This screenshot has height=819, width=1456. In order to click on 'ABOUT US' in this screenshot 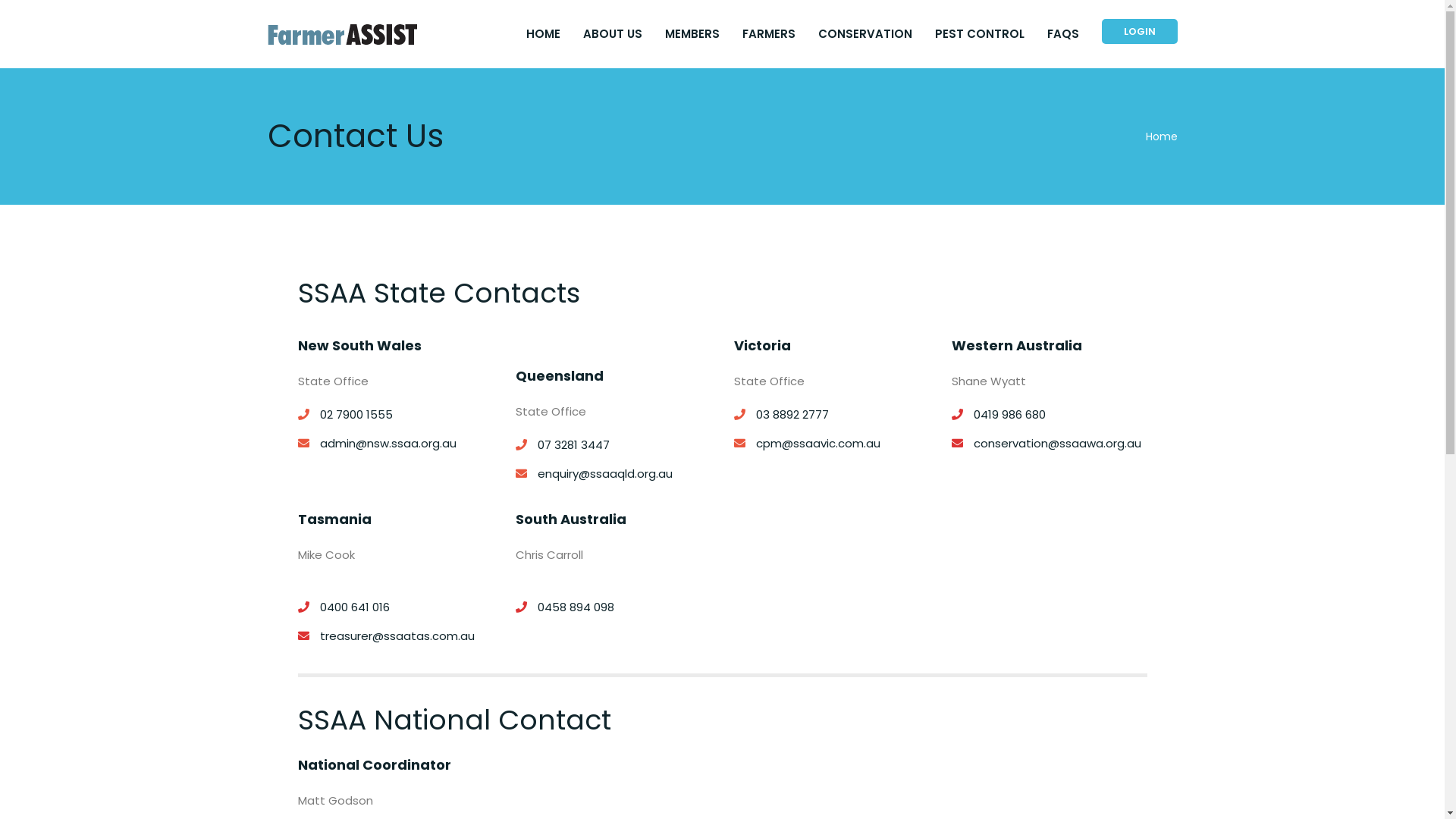, I will do `click(582, 34)`.